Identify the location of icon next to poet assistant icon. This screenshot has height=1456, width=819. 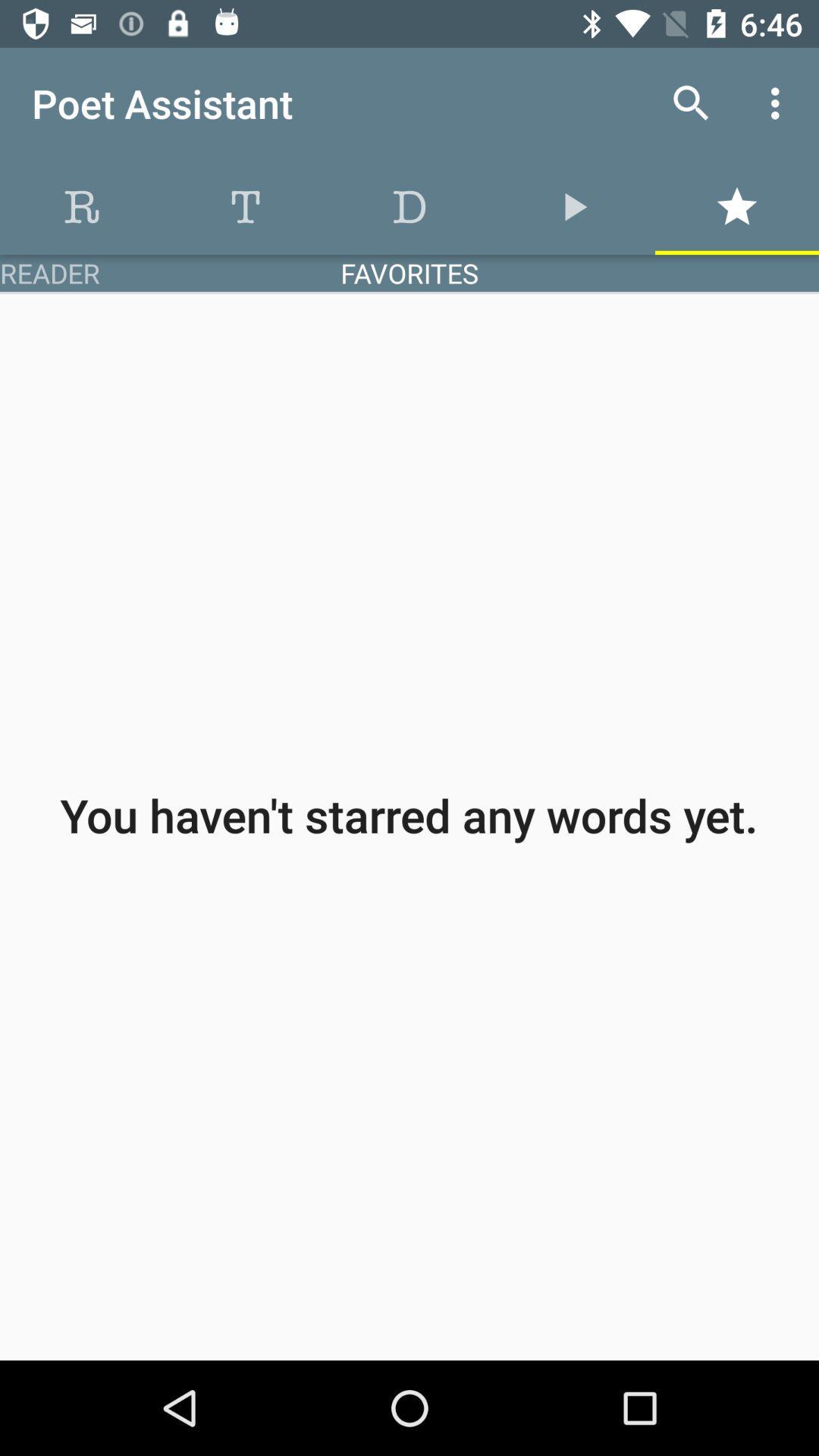
(691, 102).